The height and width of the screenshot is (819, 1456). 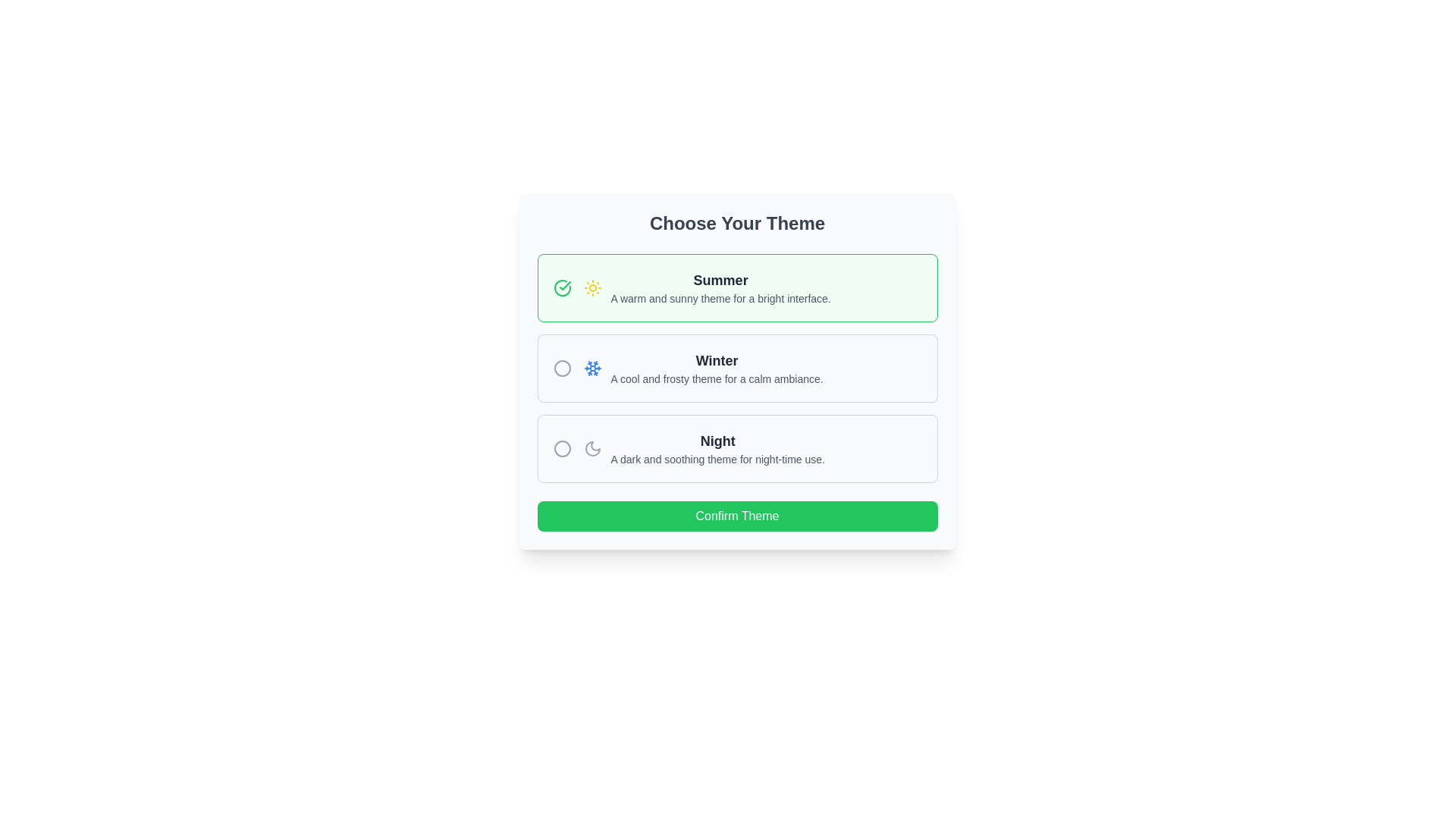 What do you see at coordinates (720, 288) in the screenshot?
I see `text information from the descriptive label about the 'Summer' theme option, located in the topmost section of the 'Choose Your Theme' interface` at bounding box center [720, 288].